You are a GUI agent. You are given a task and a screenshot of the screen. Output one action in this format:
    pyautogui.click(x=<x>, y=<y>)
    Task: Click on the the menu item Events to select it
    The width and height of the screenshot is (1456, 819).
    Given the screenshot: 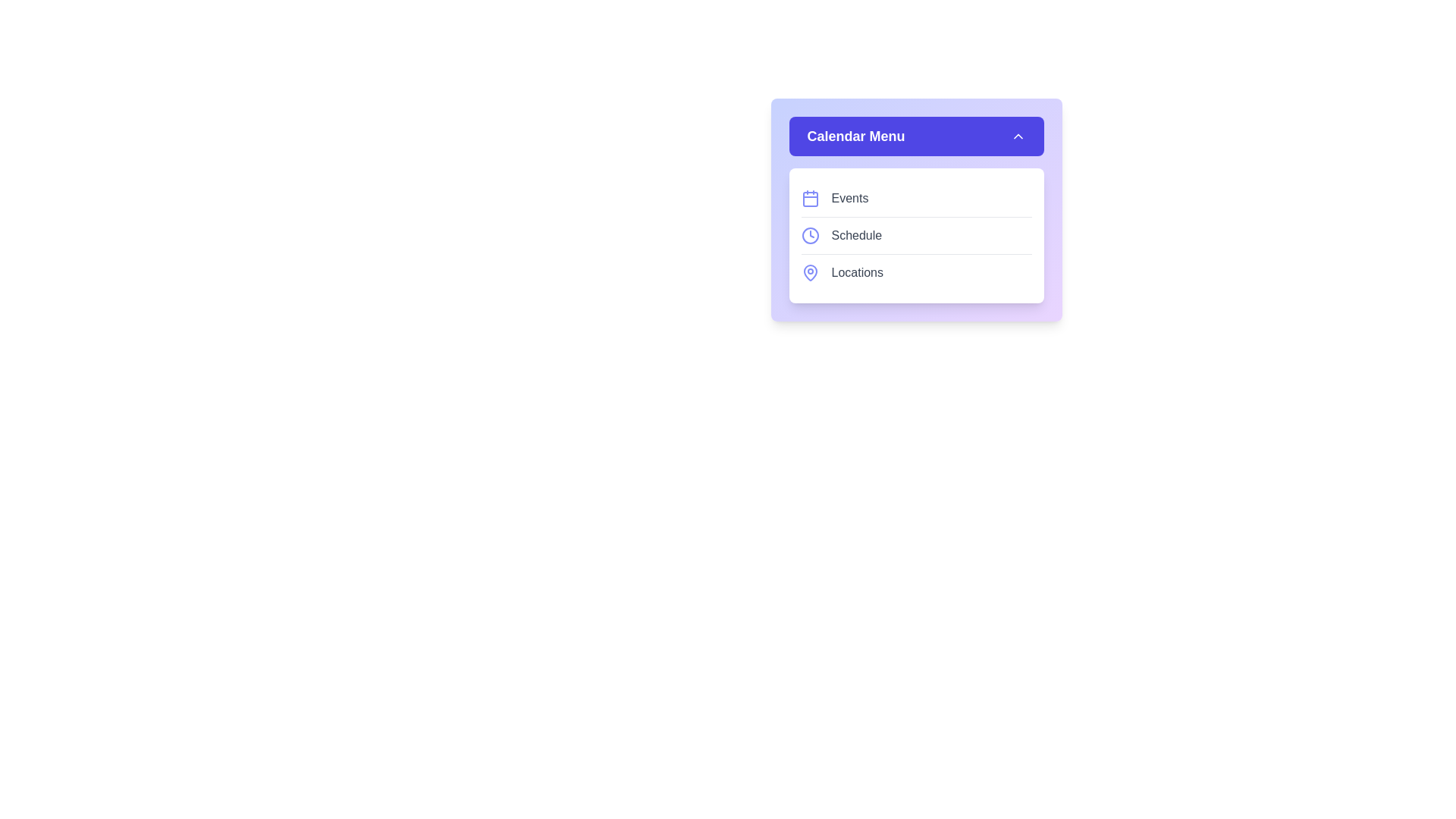 What is the action you would take?
    pyautogui.click(x=915, y=198)
    